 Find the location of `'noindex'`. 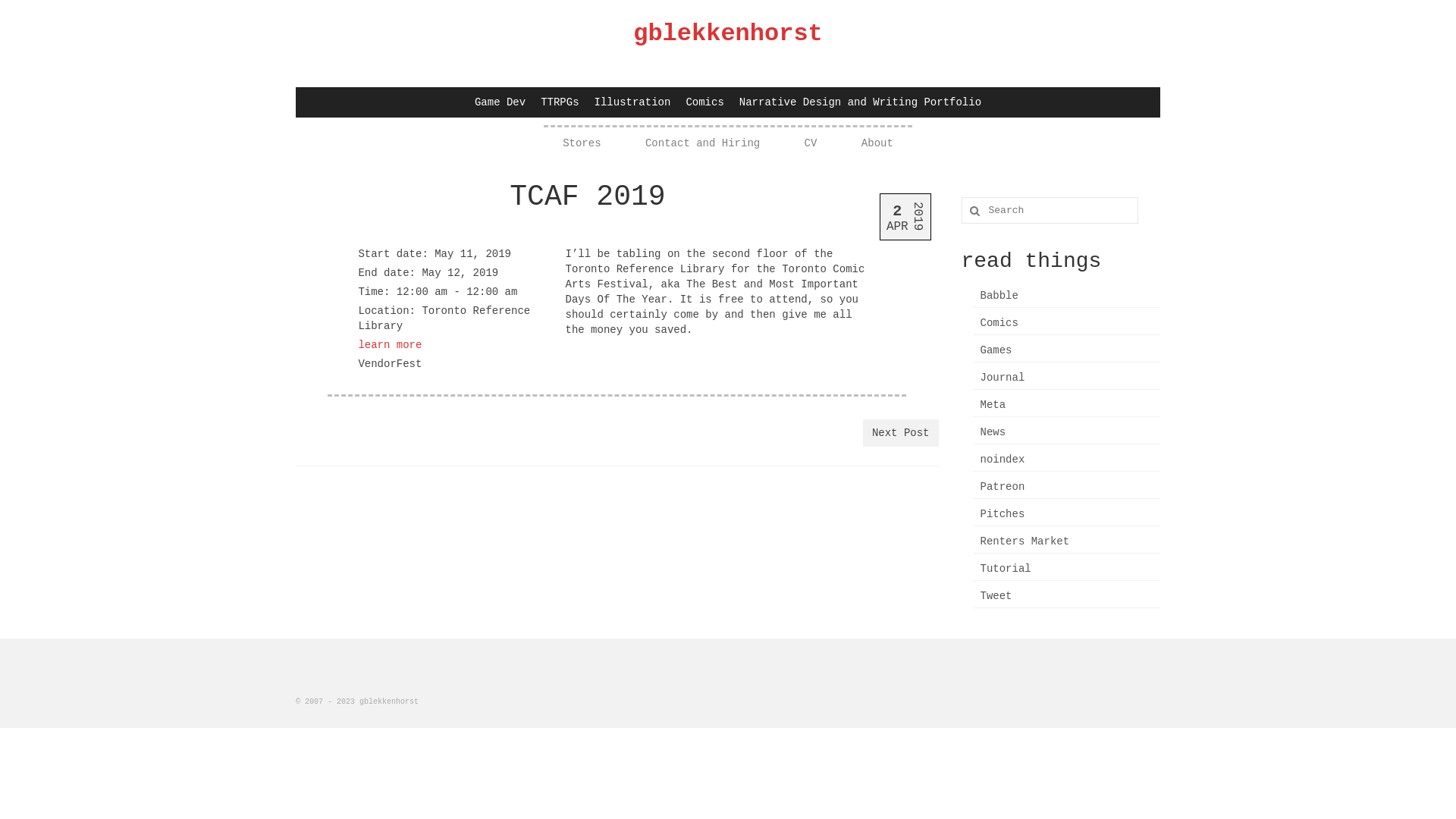

'noindex' is located at coordinates (1065, 459).